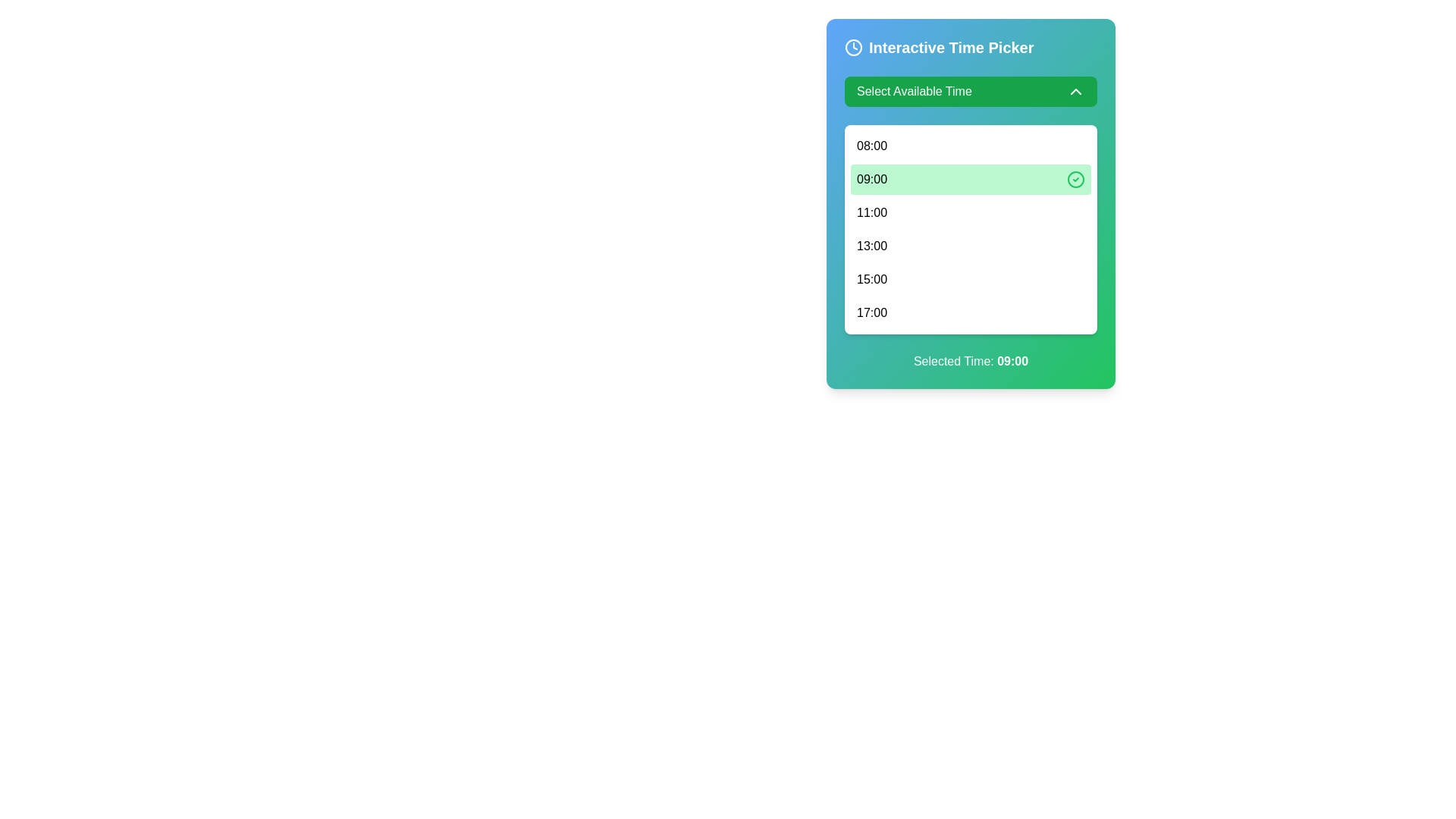  I want to click on the text label located in the top header section of the dropdown menu, which displays the purpose of the dropdown for selecting an available time, so click(913, 91).